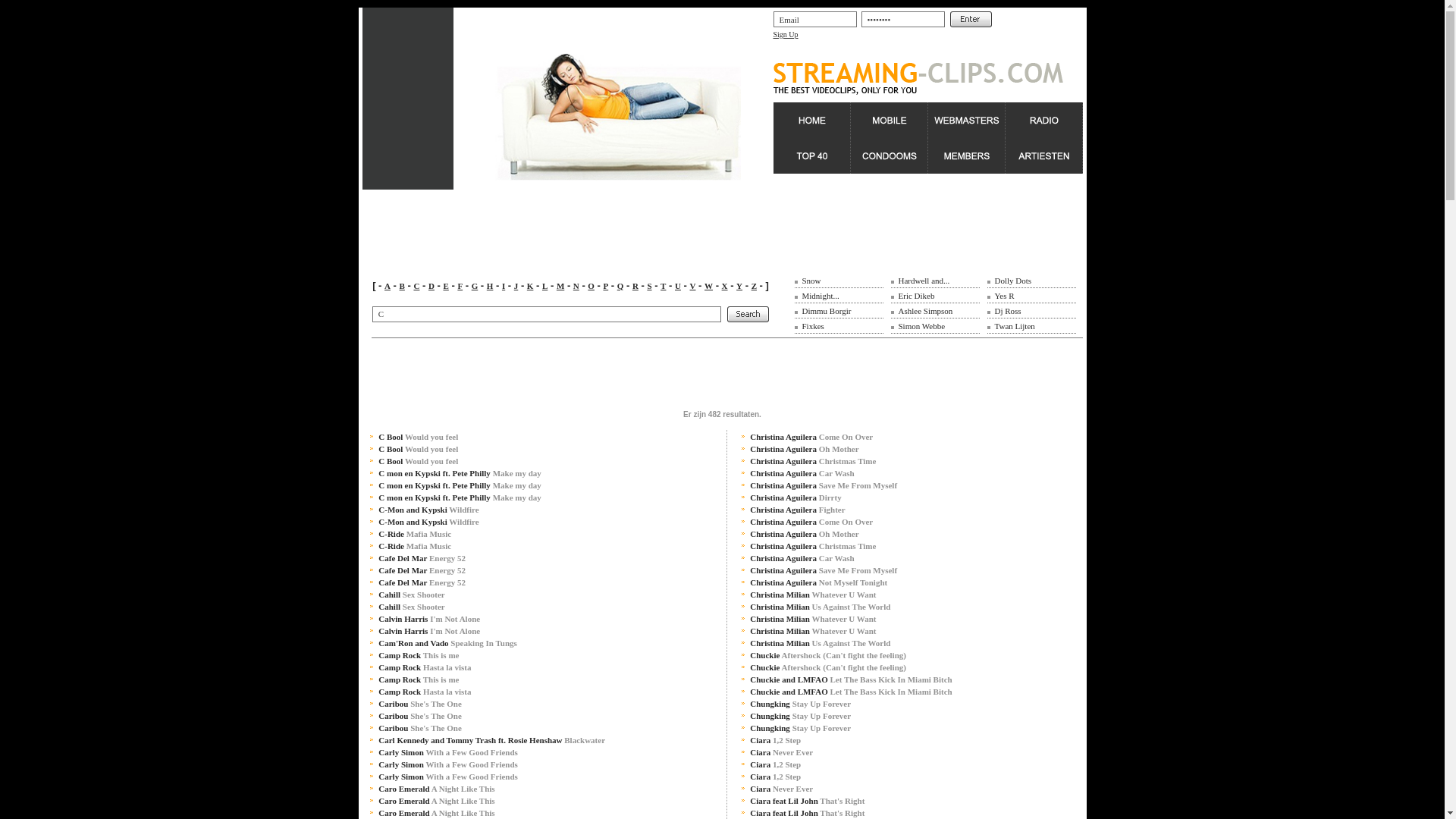  I want to click on 'Advertisement', so click(638, 372).